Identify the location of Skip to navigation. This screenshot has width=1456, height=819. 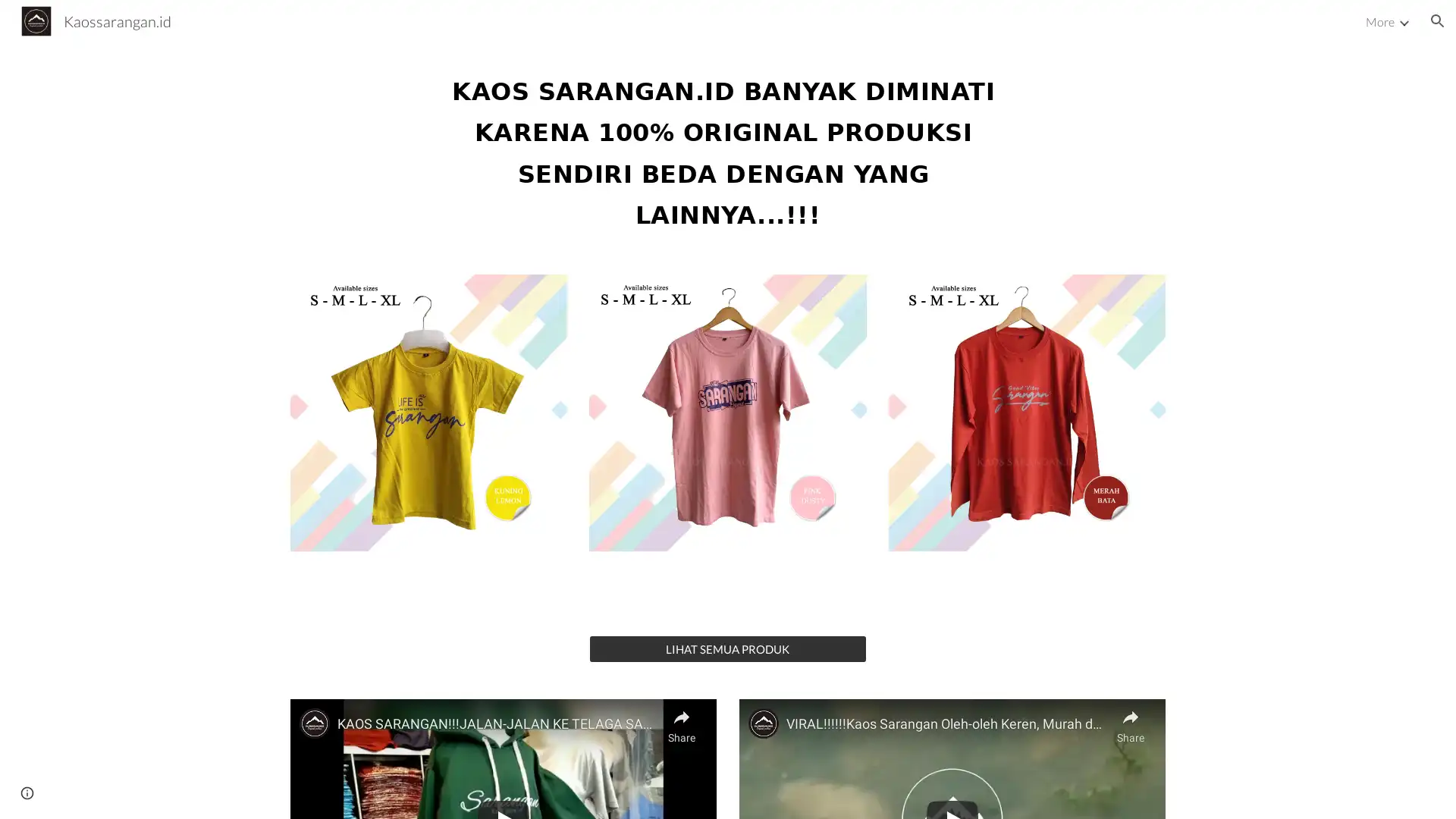
(864, 28).